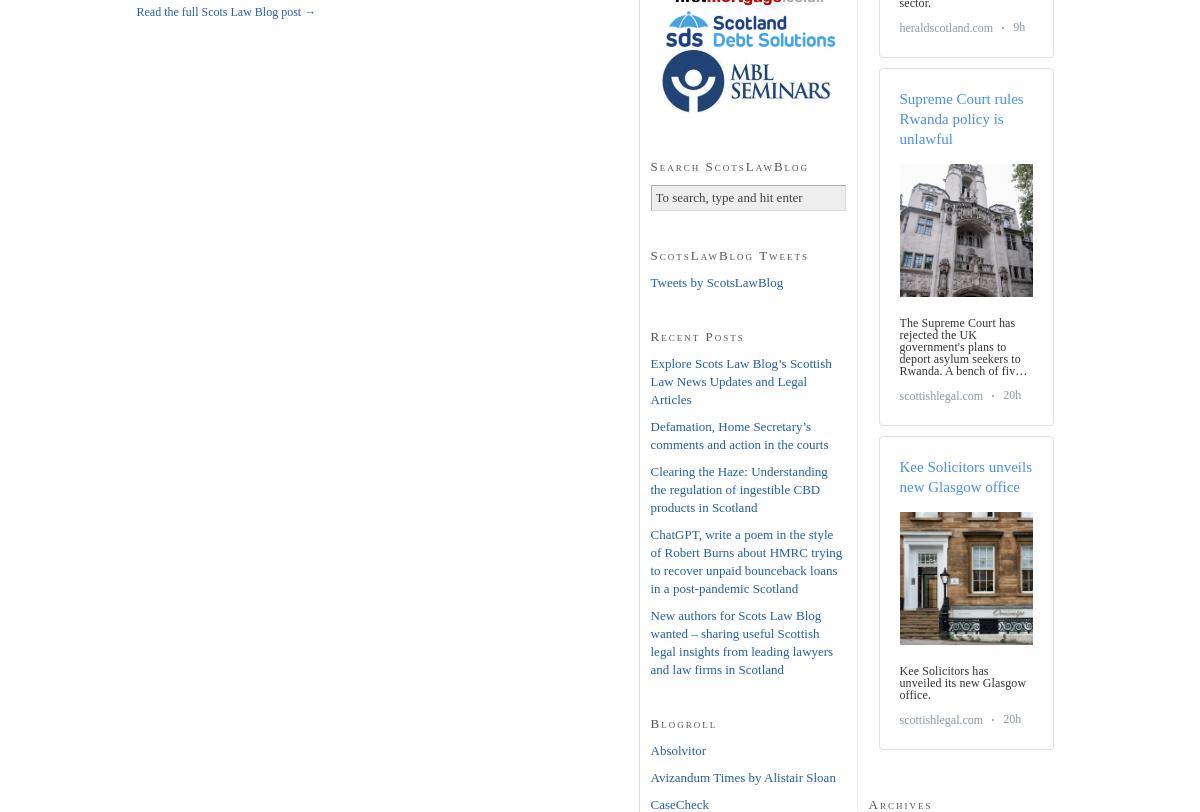 This screenshot has width=1200, height=812. I want to click on 'CaseCheck', so click(678, 803).